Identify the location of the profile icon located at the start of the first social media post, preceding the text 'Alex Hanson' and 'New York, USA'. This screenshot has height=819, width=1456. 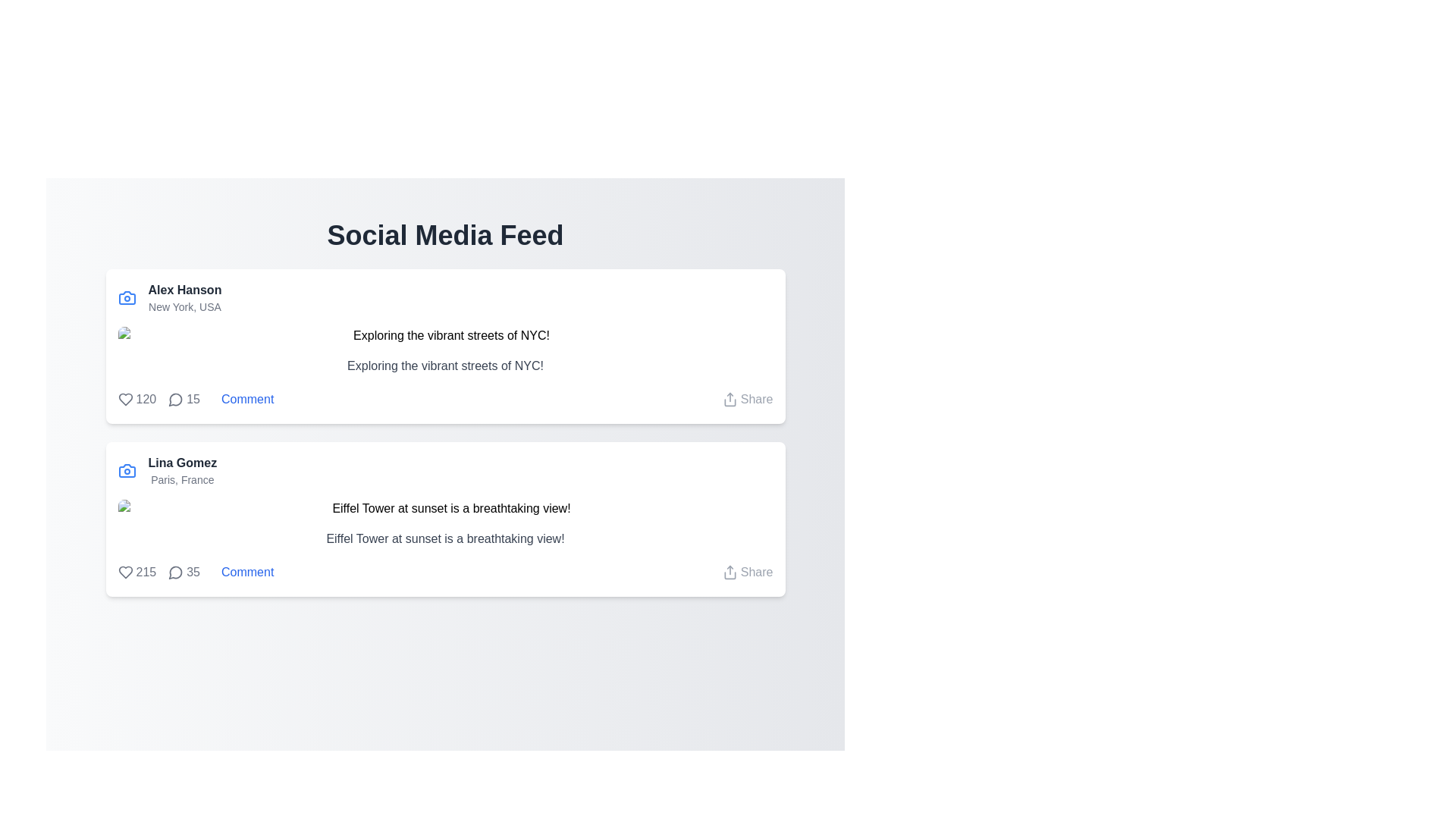
(127, 298).